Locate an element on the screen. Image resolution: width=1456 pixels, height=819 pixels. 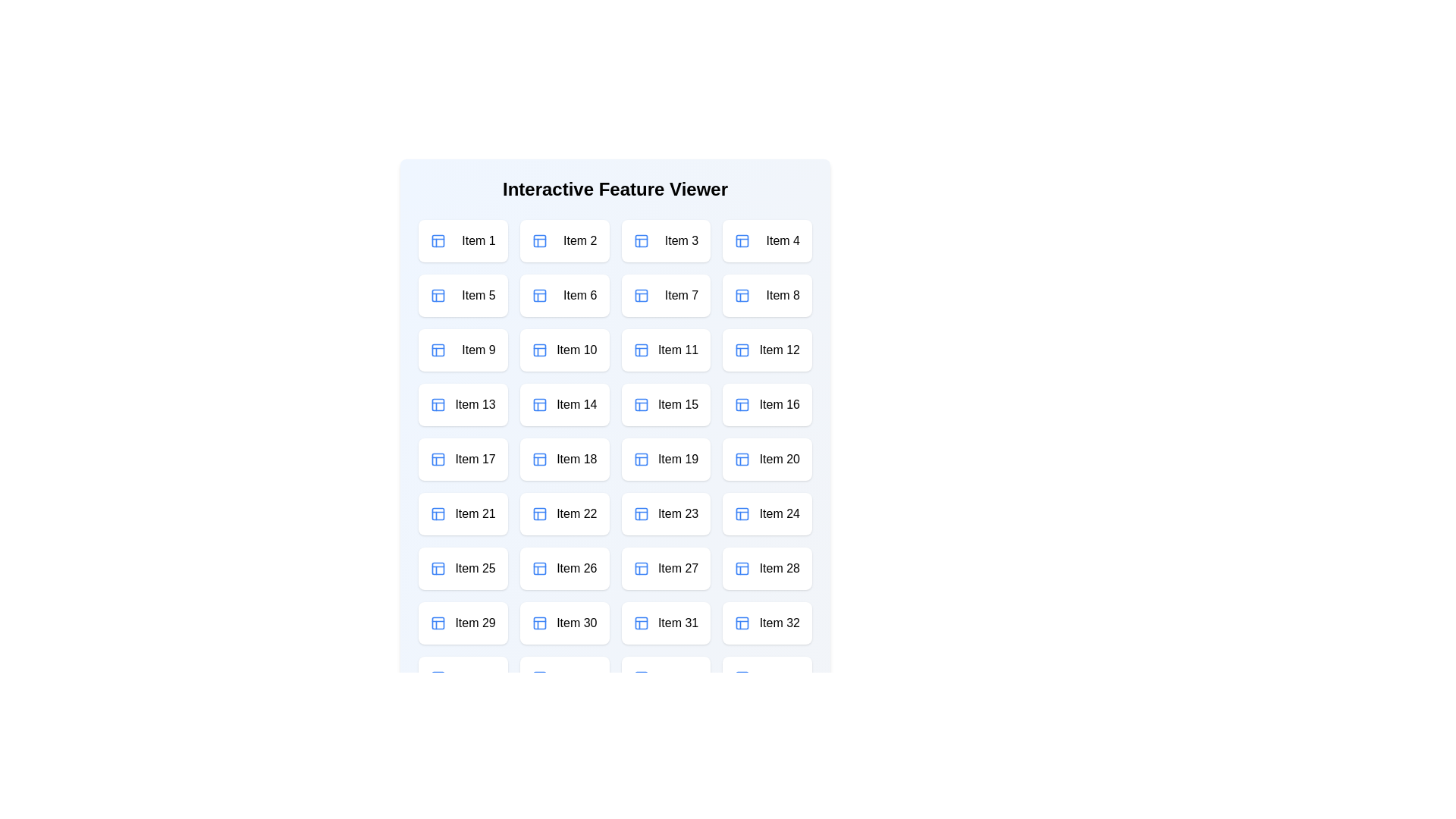
the close button to close the details view is located at coordinates (758, 152).